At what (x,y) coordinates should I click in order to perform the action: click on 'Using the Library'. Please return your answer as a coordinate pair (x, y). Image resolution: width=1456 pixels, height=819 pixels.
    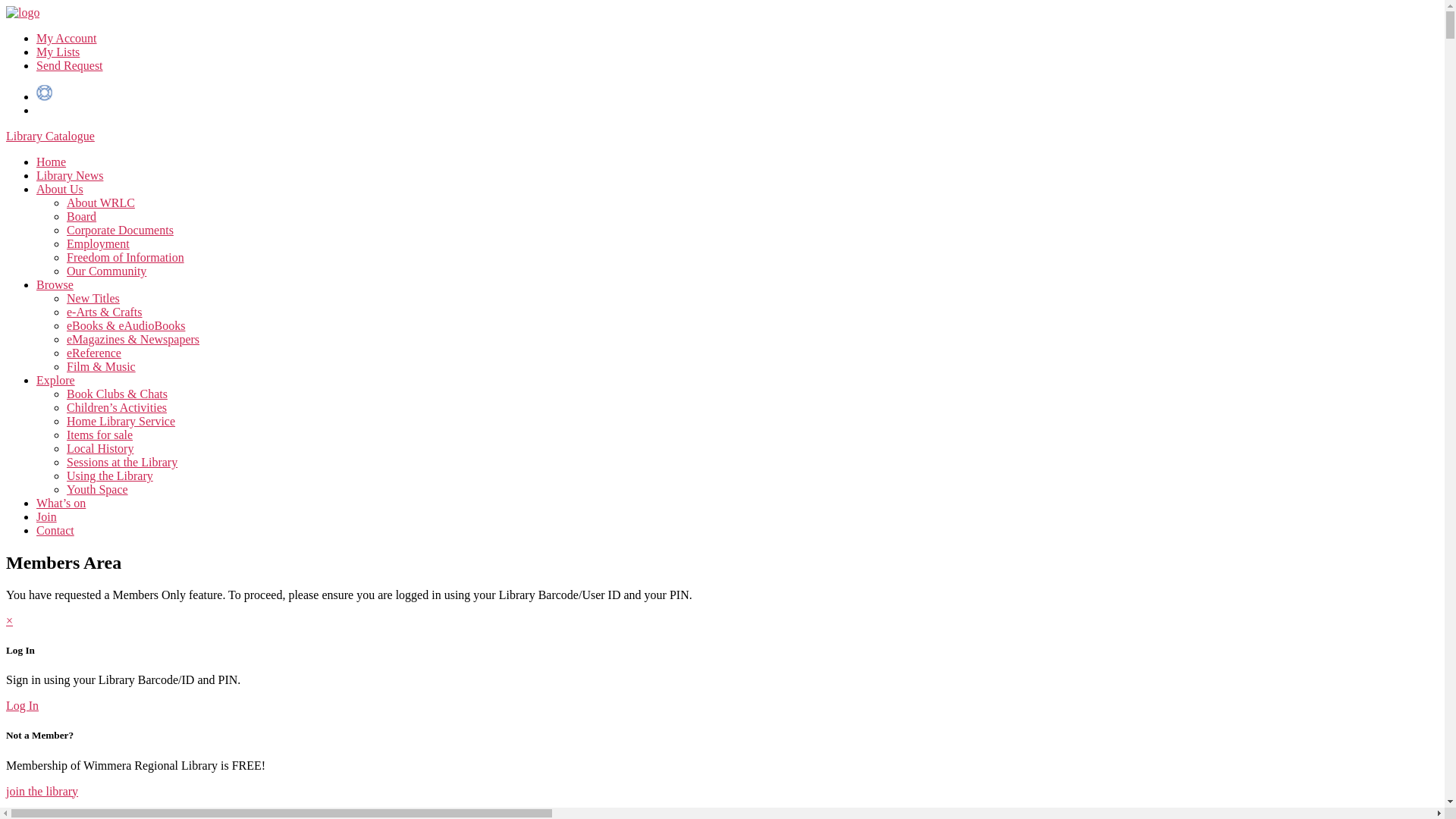
    Looking at the image, I should click on (108, 475).